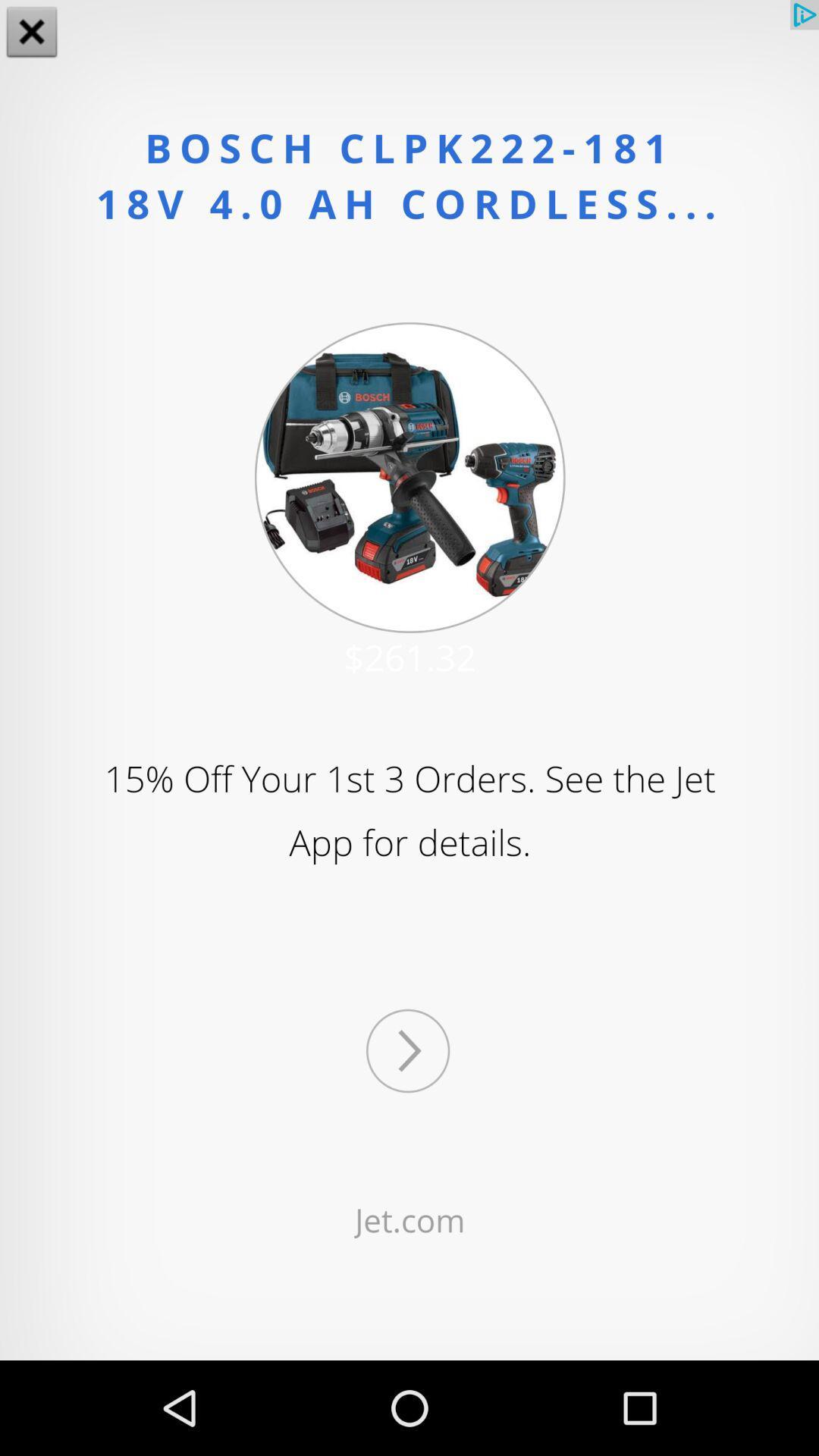  I want to click on the close icon, so click(32, 33).